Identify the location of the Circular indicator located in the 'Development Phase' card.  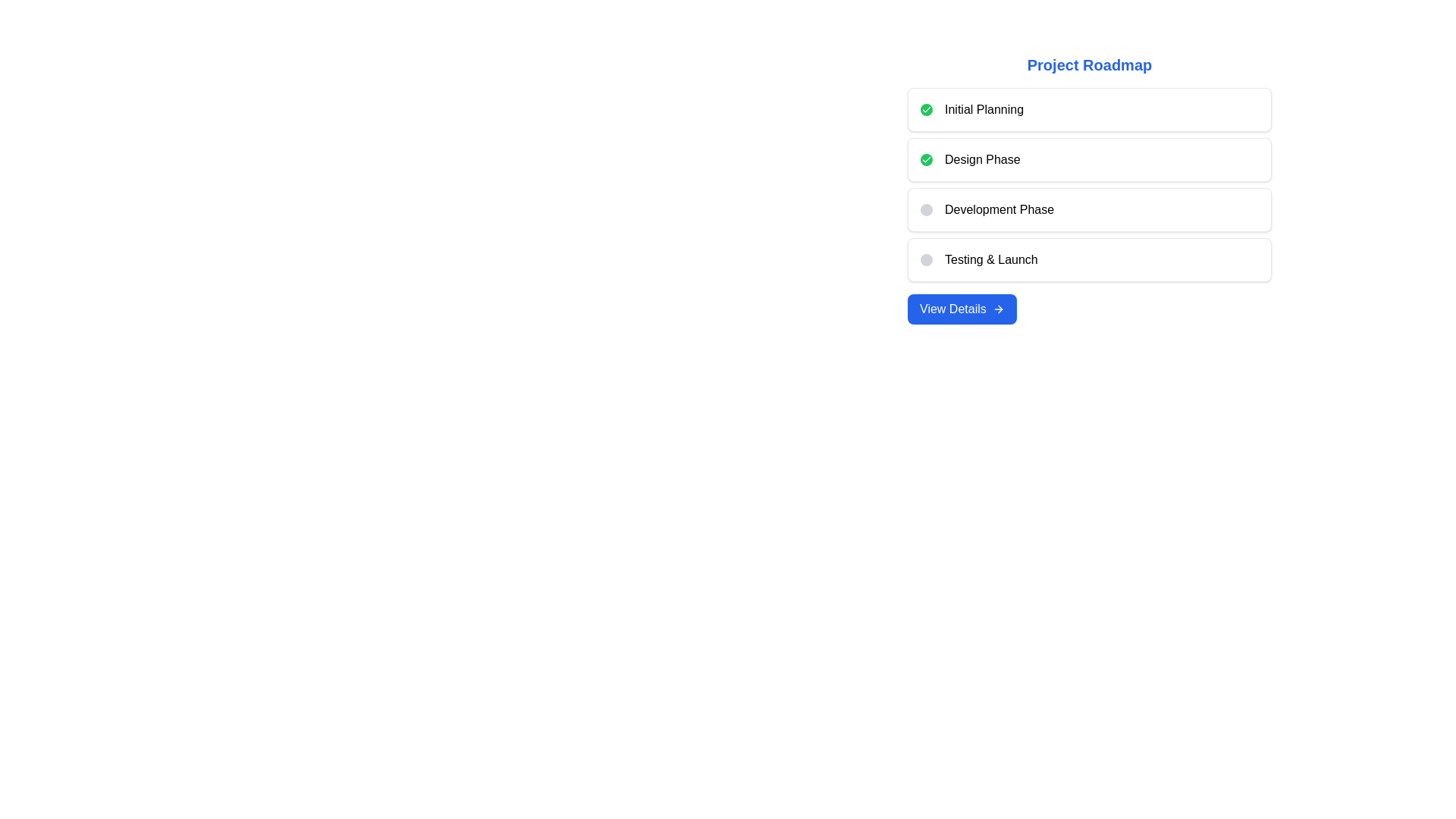
(926, 210).